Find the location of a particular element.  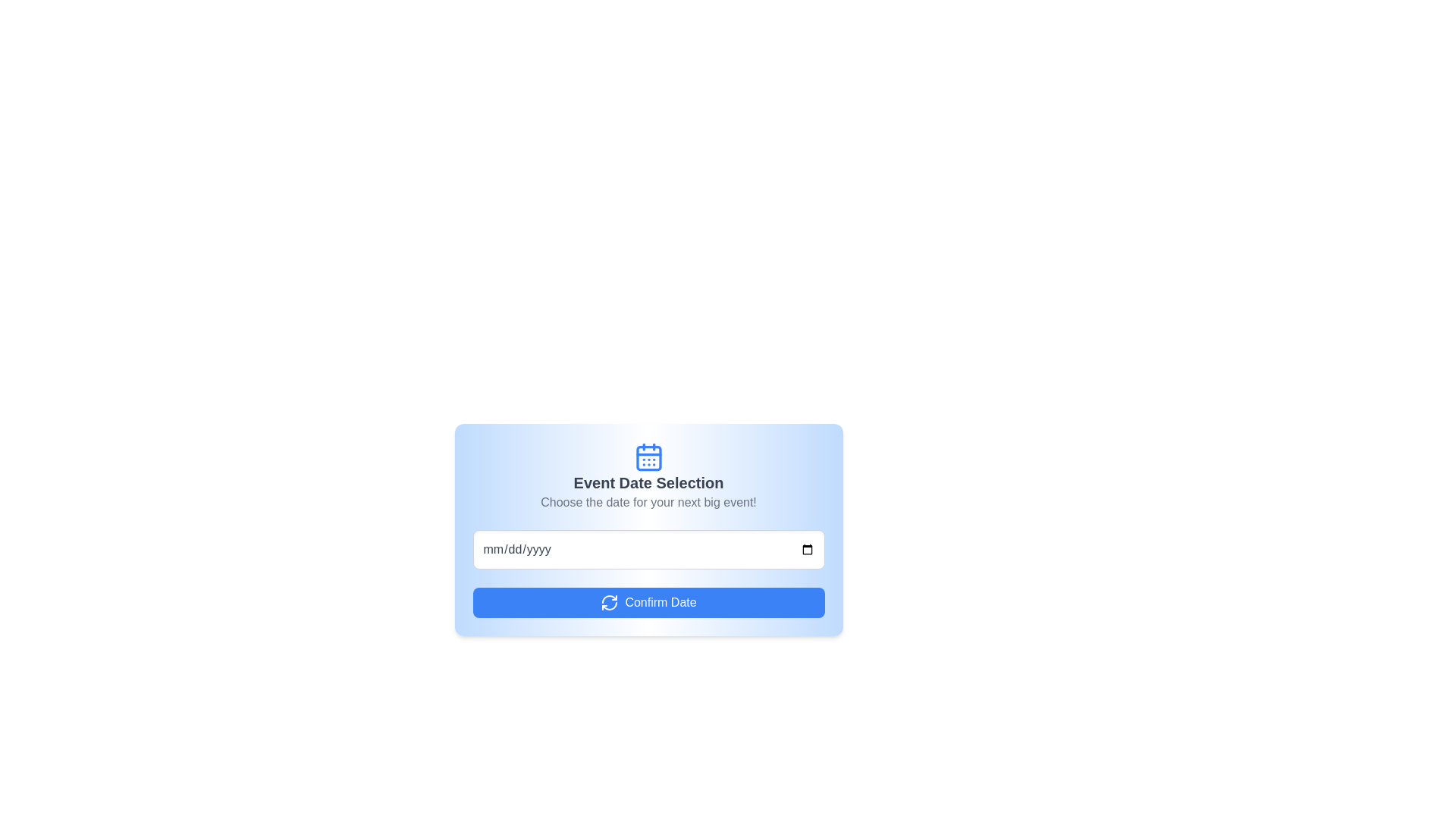

the SVG Icon that indicates a reset or refresh action, located on the left side of the 'Confirm Date' button adjacent to the text label 'Confirm Date.' is located at coordinates (610, 601).